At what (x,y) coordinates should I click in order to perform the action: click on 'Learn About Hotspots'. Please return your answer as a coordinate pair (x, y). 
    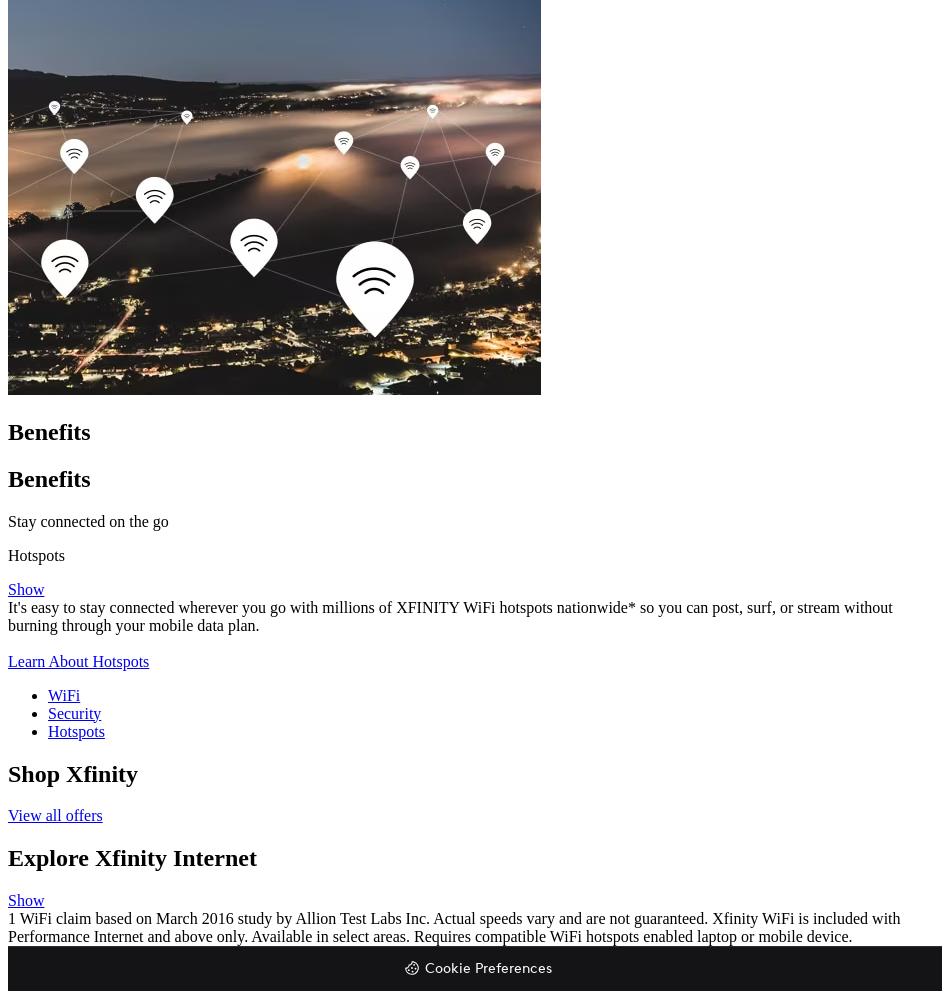
    Looking at the image, I should click on (7, 659).